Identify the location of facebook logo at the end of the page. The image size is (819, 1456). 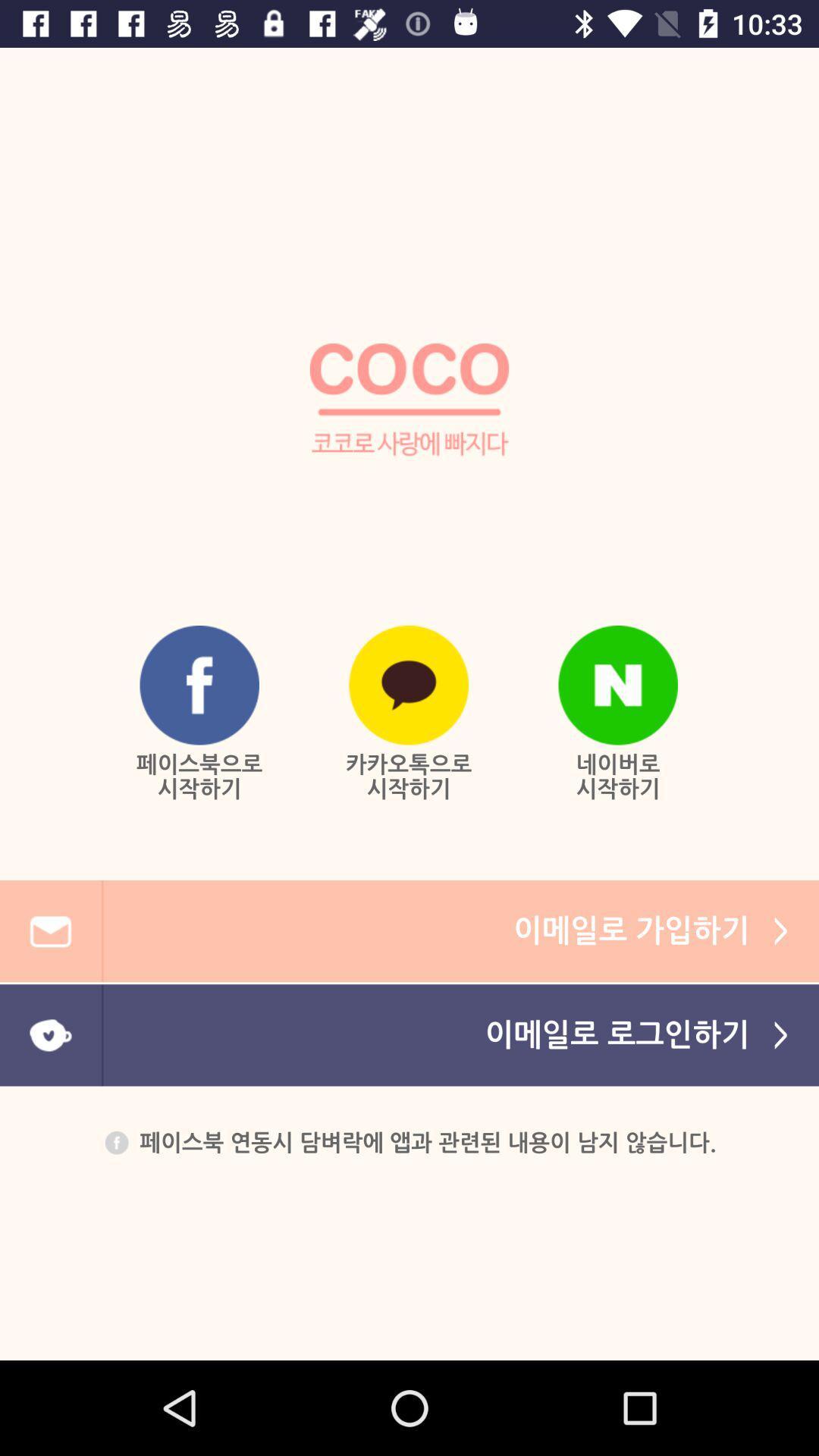
(116, 1143).